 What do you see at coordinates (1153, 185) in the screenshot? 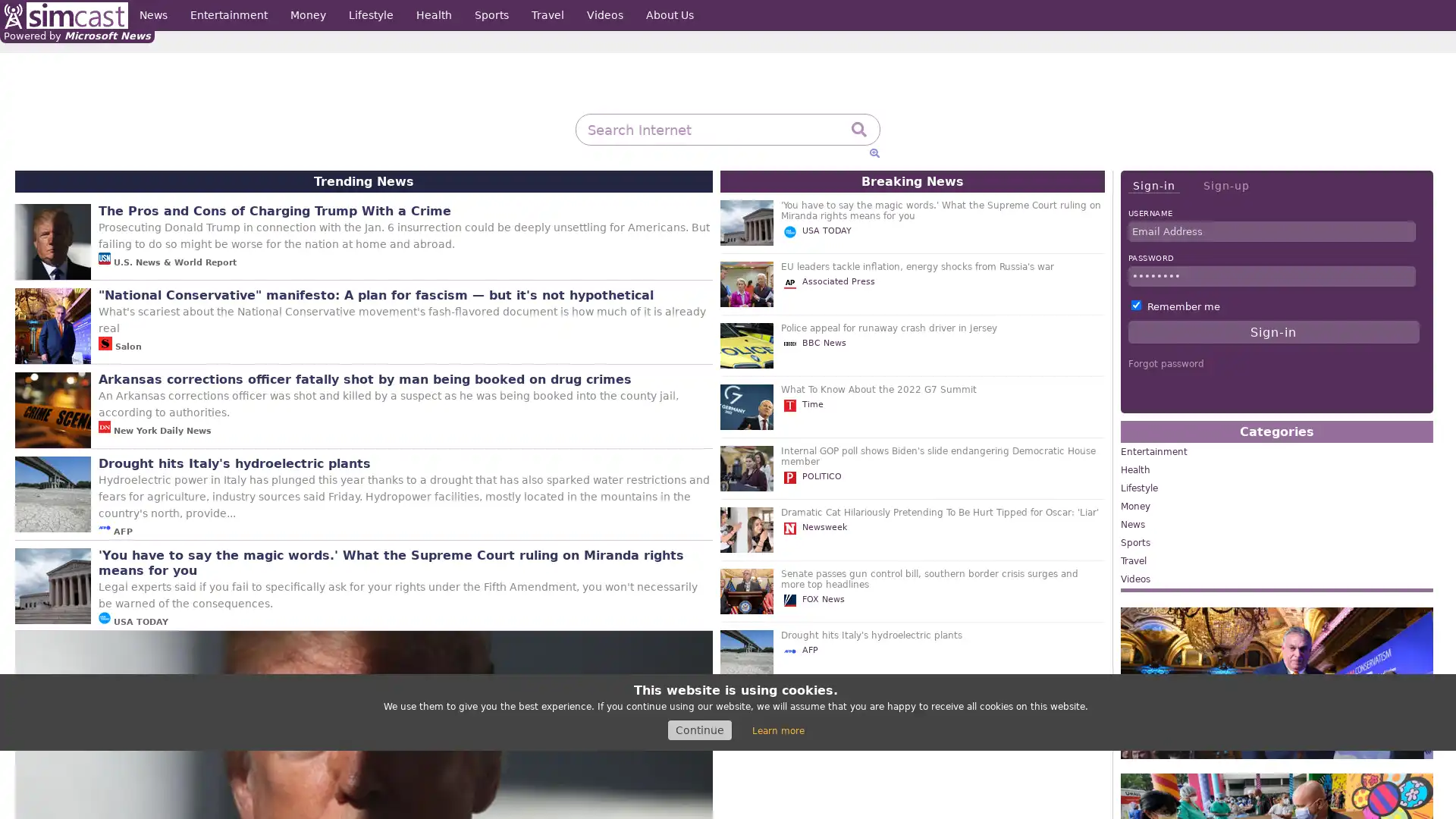
I see `Sign-in` at bounding box center [1153, 185].